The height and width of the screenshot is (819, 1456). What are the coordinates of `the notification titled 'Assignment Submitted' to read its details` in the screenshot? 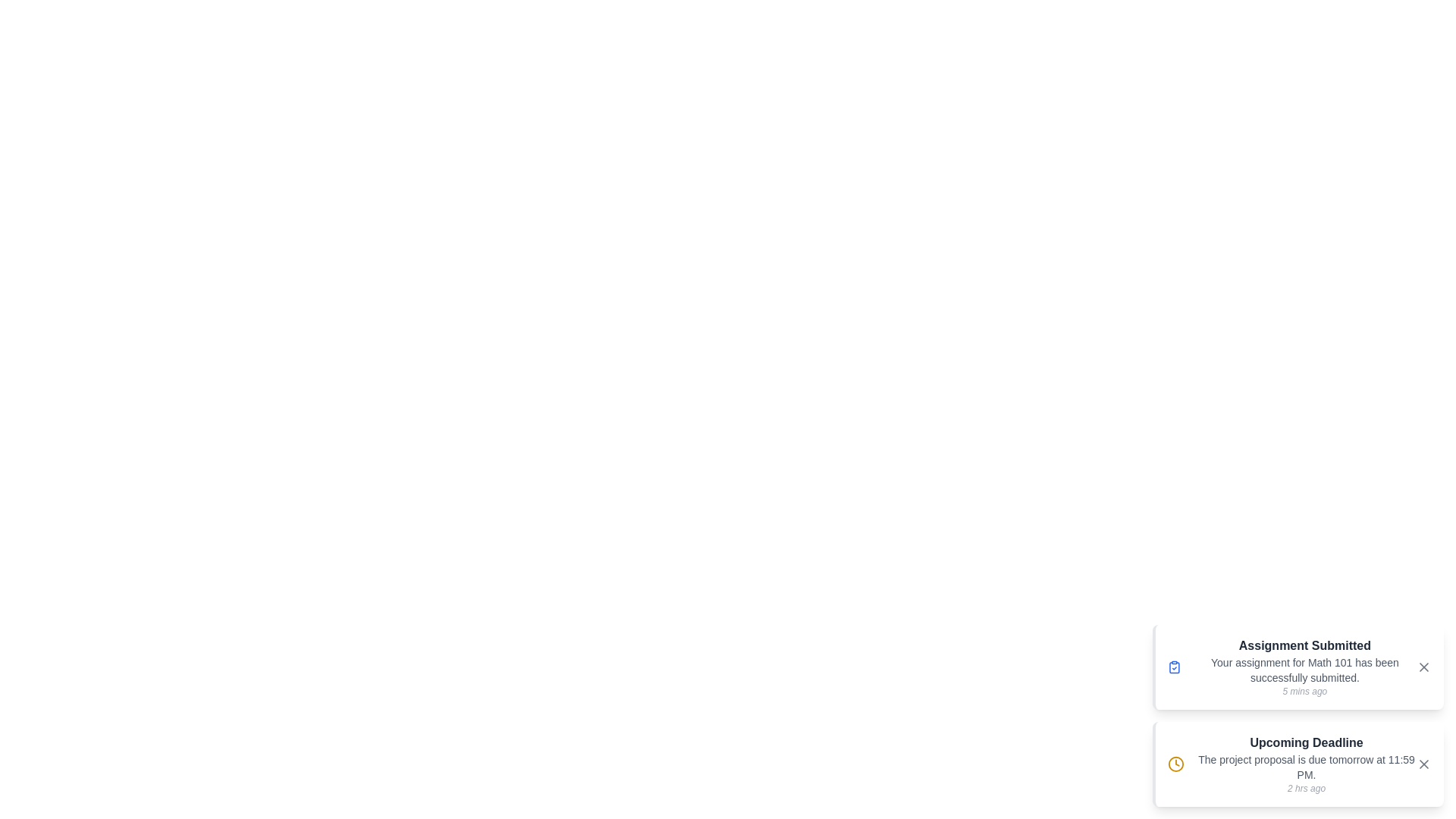 It's located at (1298, 666).